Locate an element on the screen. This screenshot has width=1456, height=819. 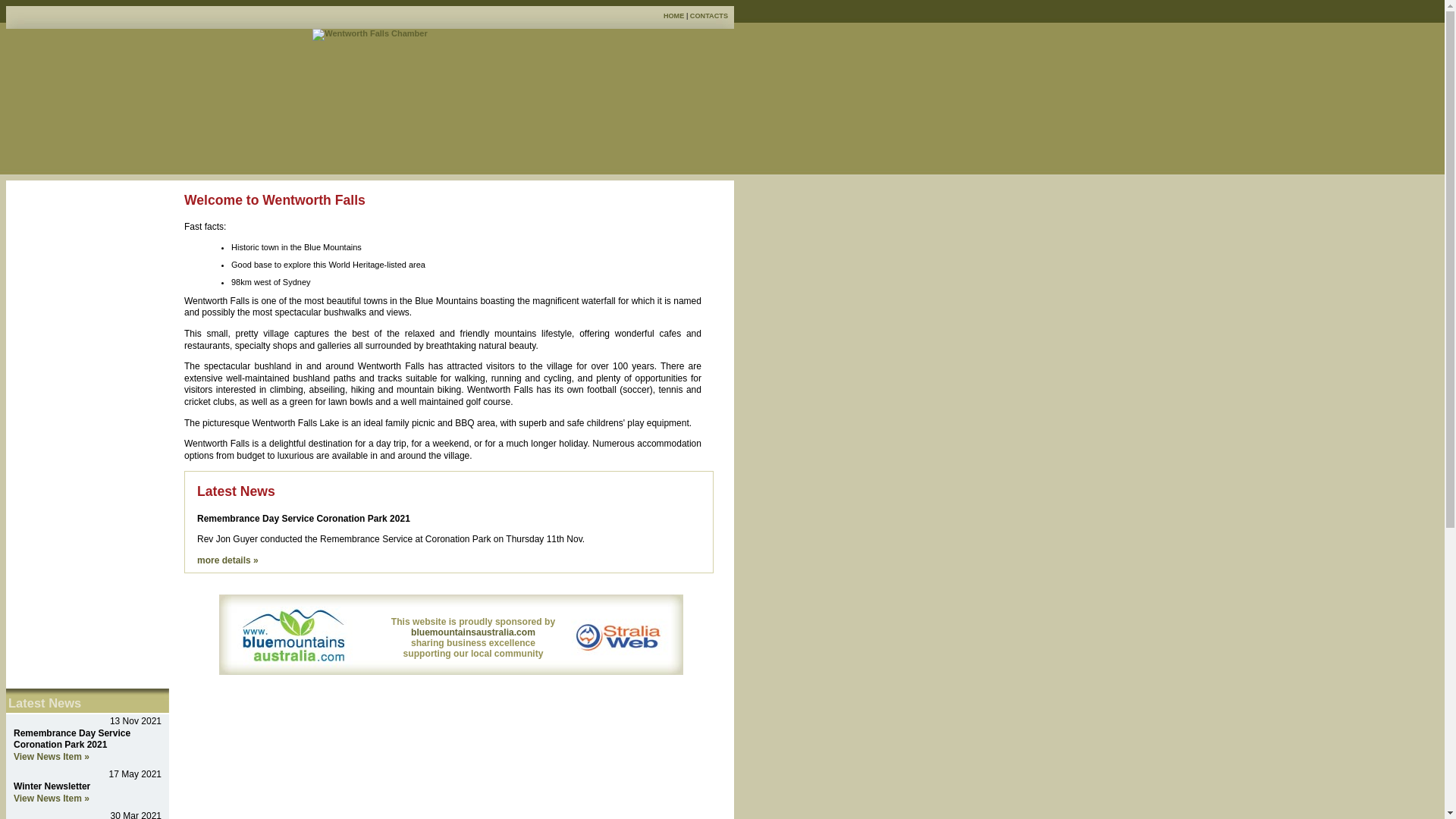
'CONTACTS' is located at coordinates (708, 15).